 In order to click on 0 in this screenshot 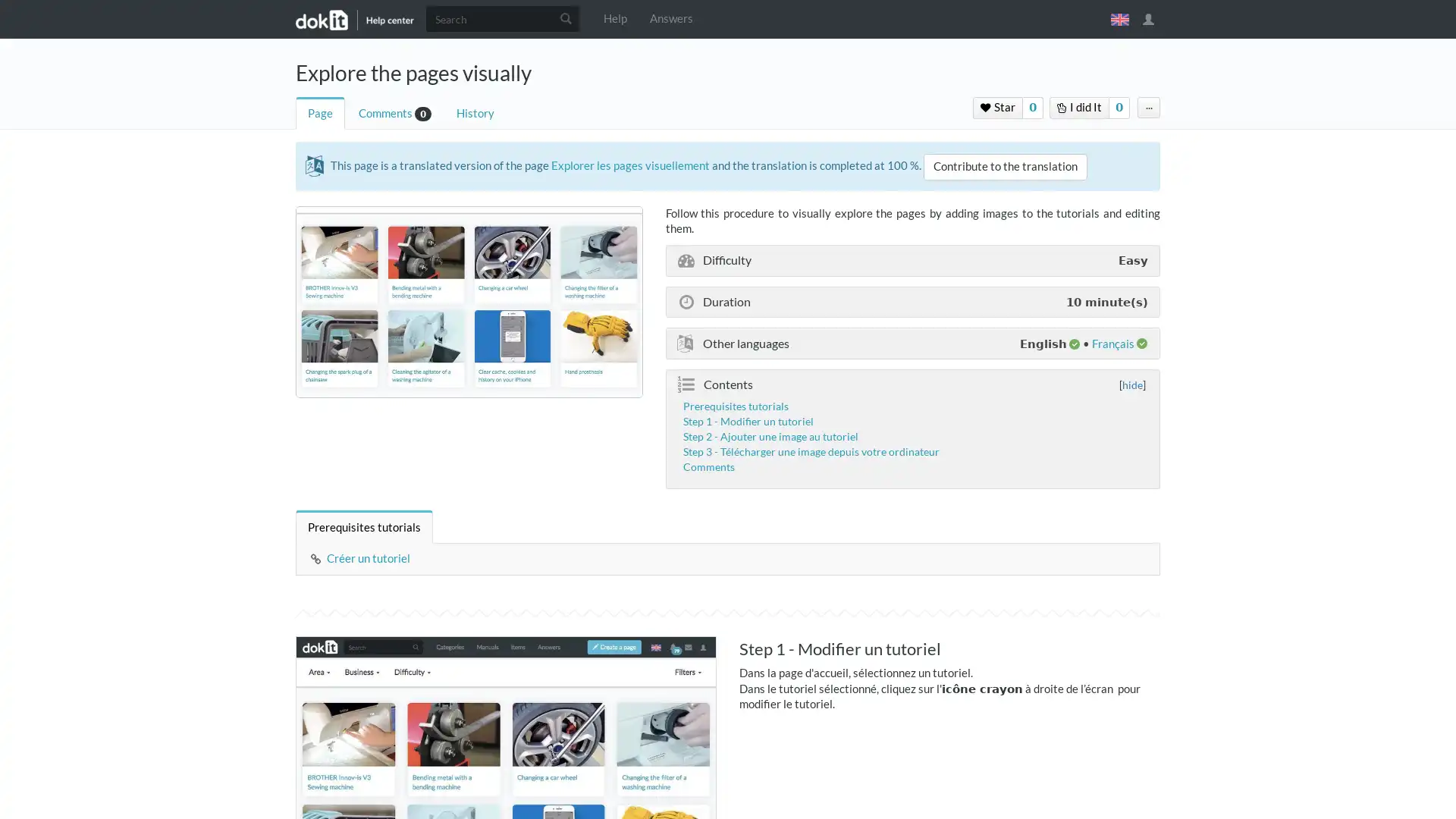, I will do `click(1119, 107)`.